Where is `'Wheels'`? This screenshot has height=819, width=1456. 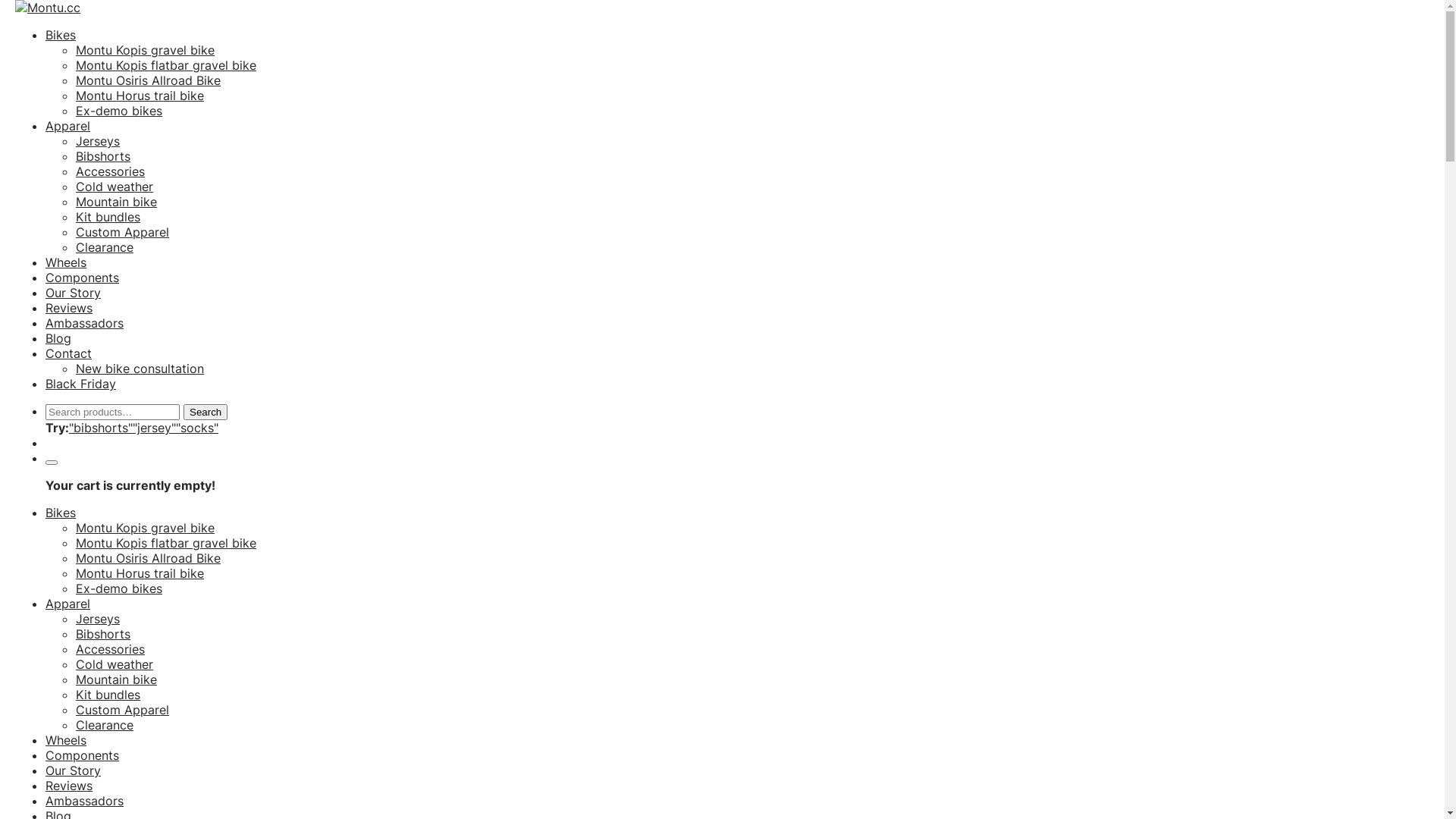
'Wheels' is located at coordinates (45, 739).